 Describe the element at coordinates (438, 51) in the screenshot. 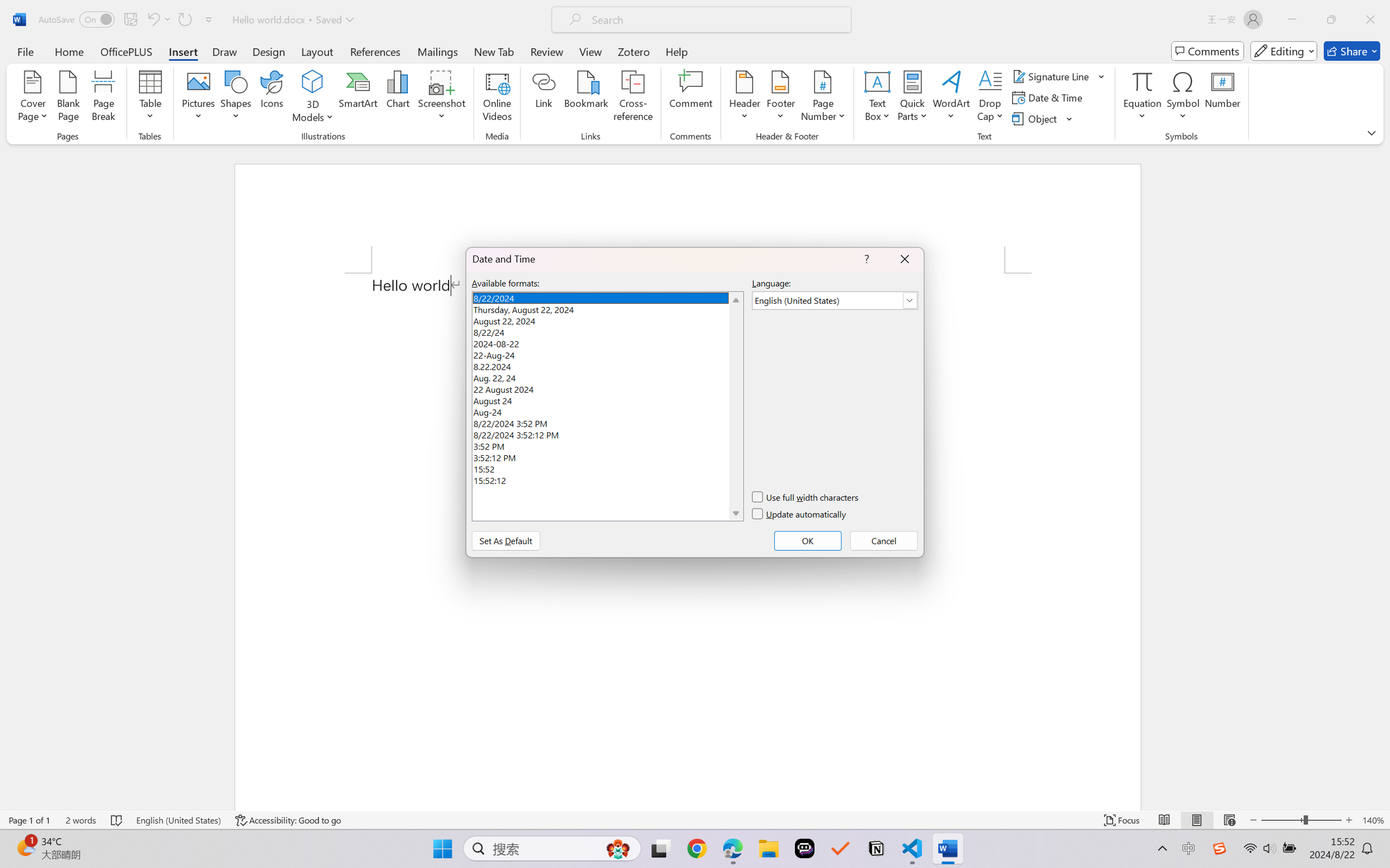

I see `'Mailings'` at that location.